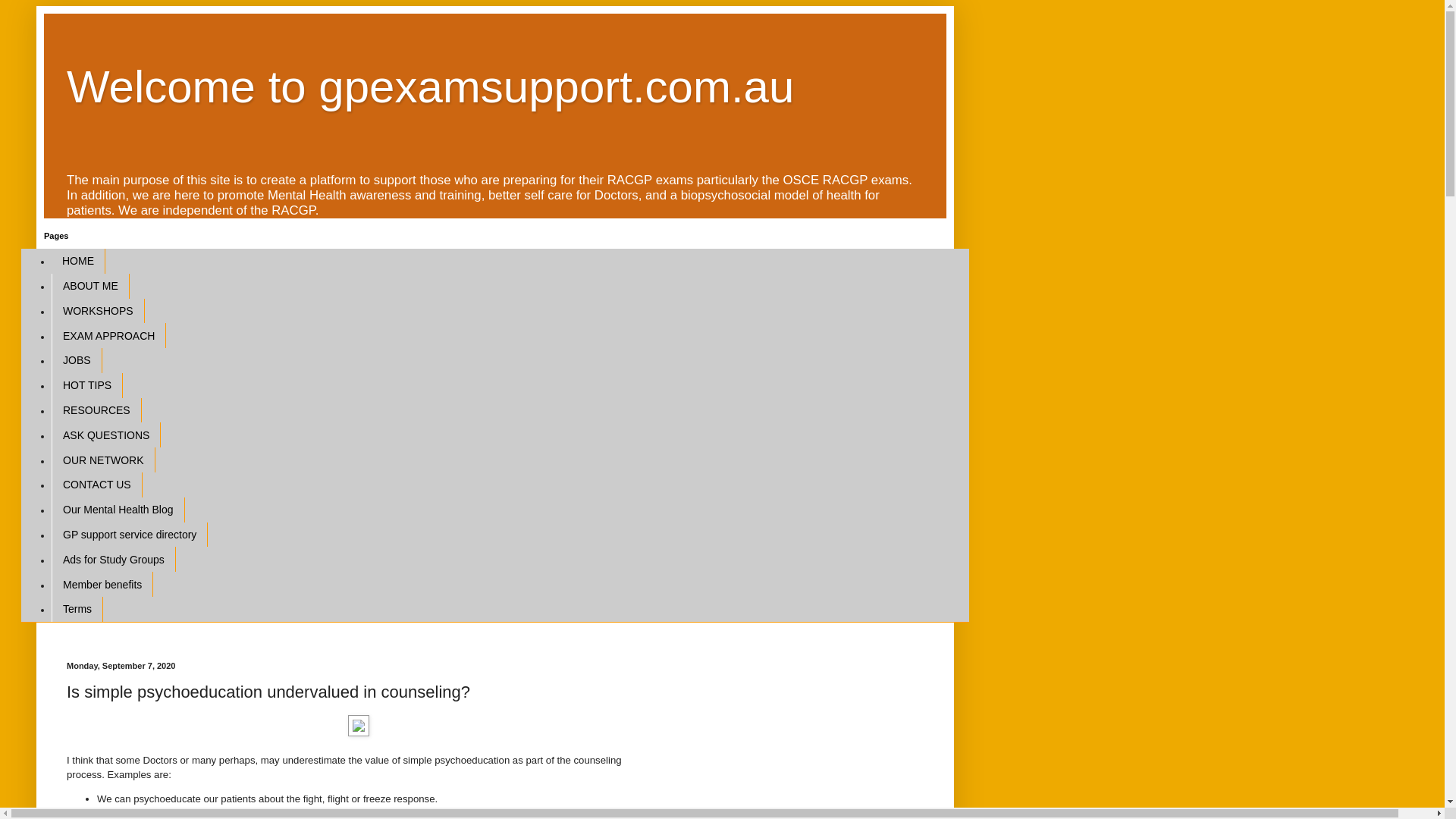 The width and height of the screenshot is (1456, 819). Describe the element at coordinates (76, 608) in the screenshot. I see `'Terms'` at that location.